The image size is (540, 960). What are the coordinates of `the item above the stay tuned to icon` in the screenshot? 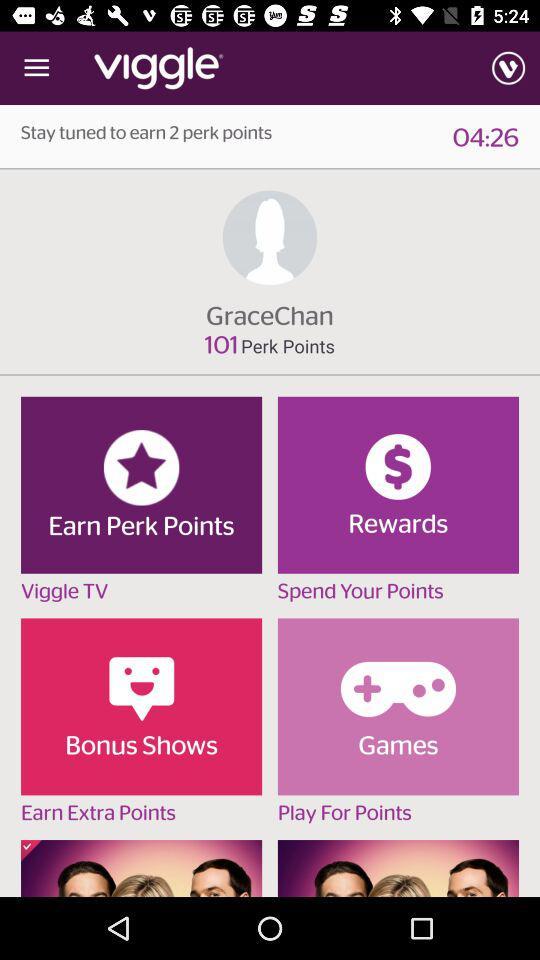 It's located at (36, 68).